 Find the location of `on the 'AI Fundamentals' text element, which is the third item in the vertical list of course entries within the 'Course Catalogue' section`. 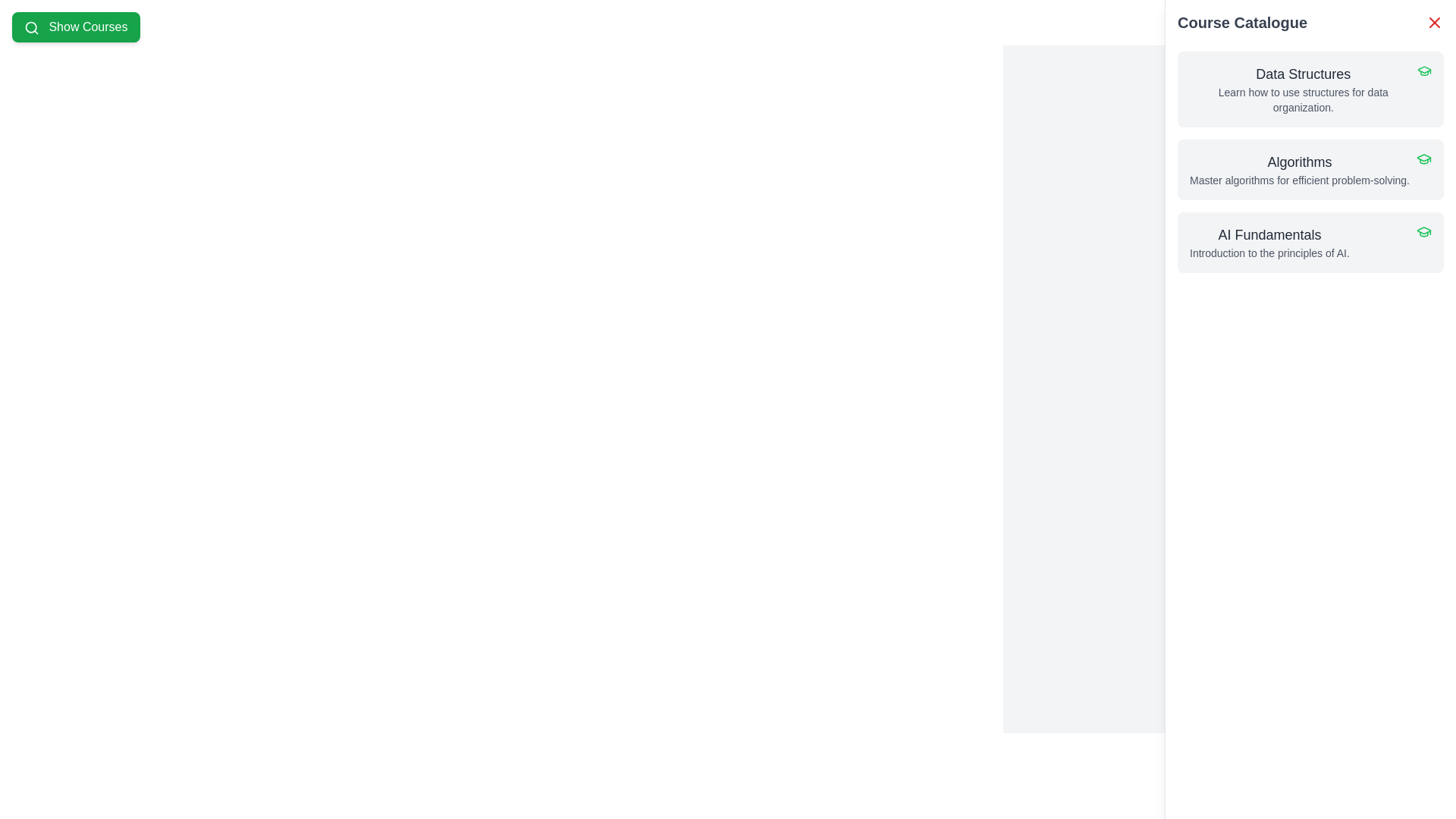

on the 'AI Fundamentals' text element, which is the third item in the vertical list of course entries within the 'Course Catalogue' section is located at coordinates (1269, 242).